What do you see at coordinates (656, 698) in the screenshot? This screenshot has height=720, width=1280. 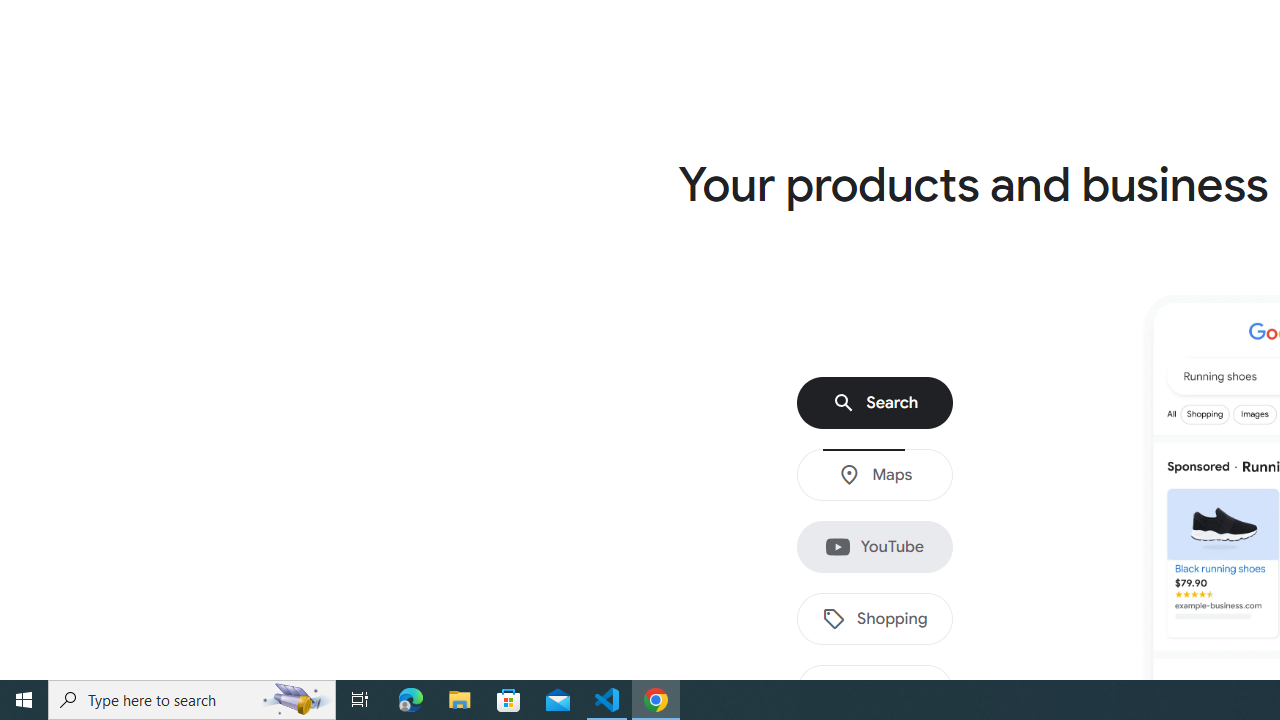 I see `'Google Chrome - 1 running window'` at bounding box center [656, 698].